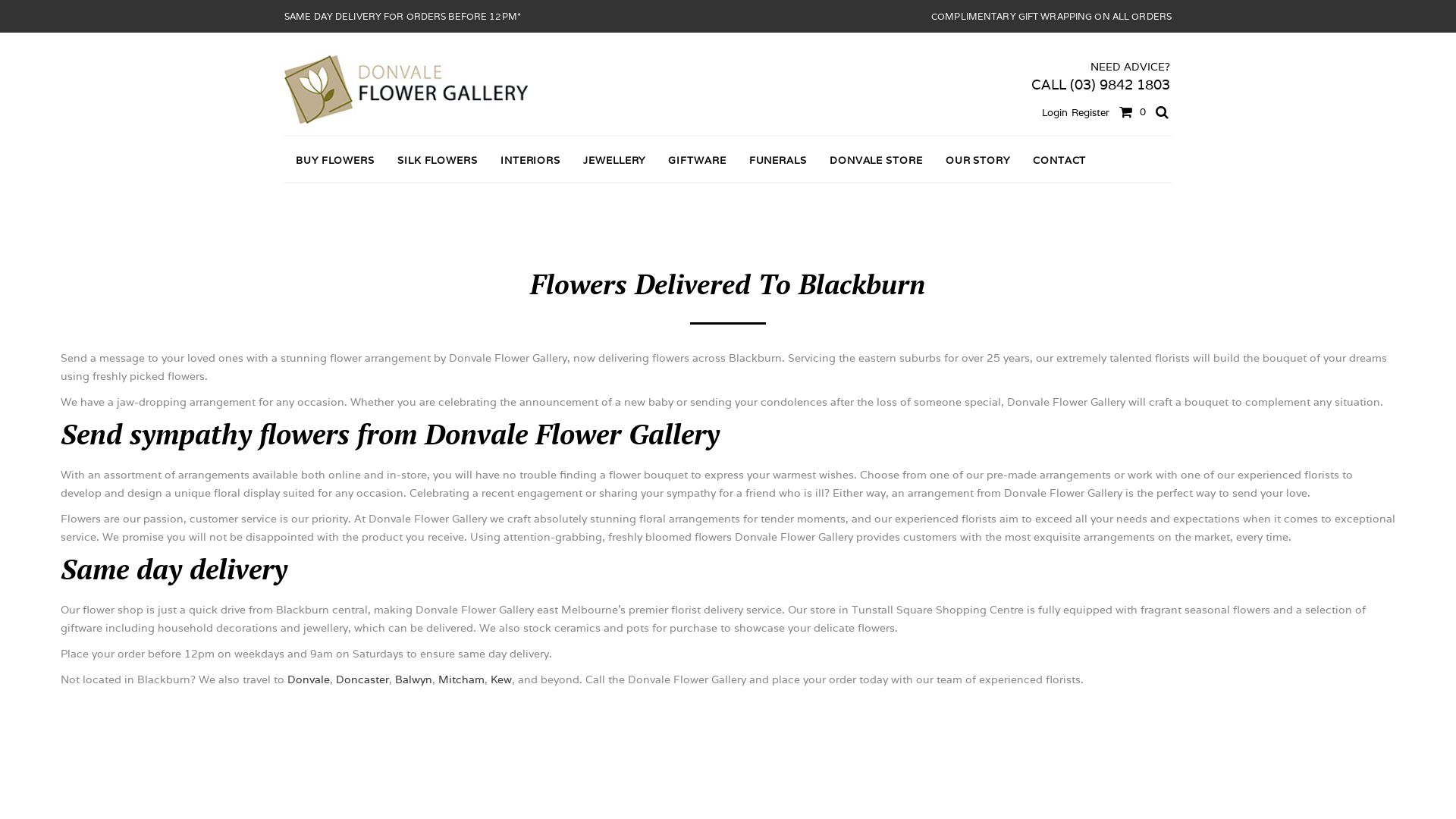 The width and height of the screenshot is (1456, 819). I want to click on 'Donvale', so click(287, 678).